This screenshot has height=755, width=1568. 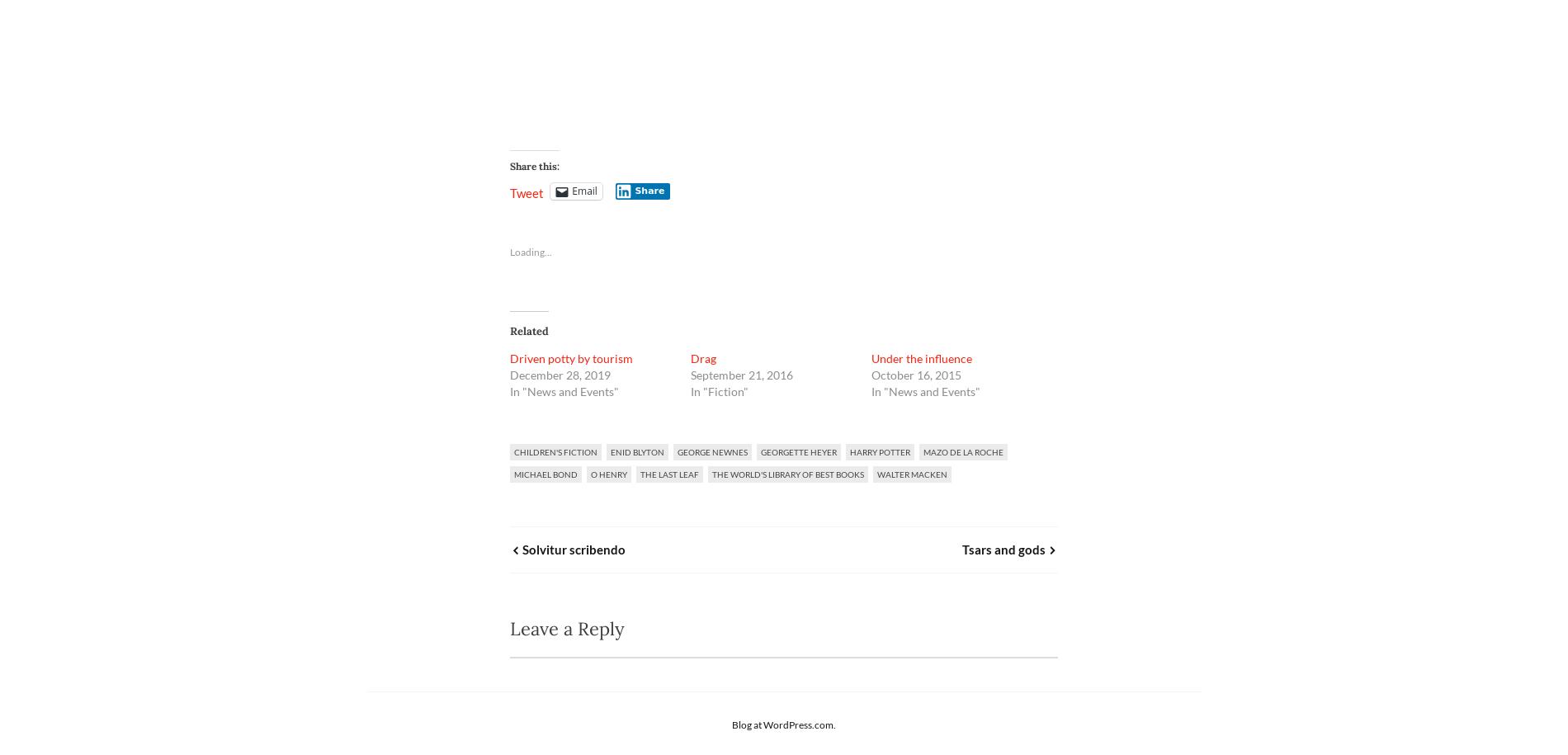 What do you see at coordinates (923, 451) in the screenshot?
I see `'Mazo de la Roche'` at bounding box center [923, 451].